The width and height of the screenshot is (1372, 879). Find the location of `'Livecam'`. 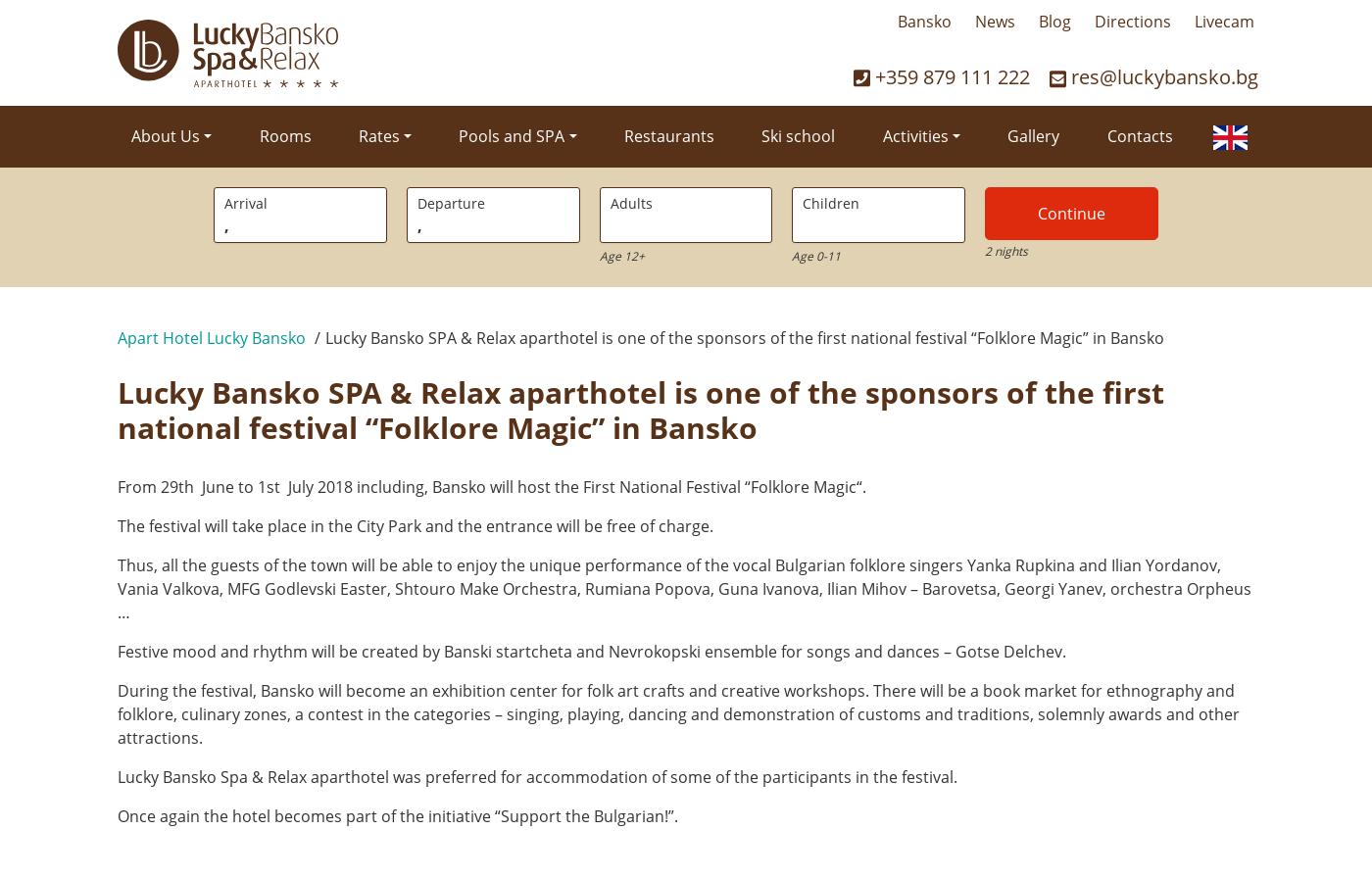

'Livecam' is located at coordinates (1223, 20).